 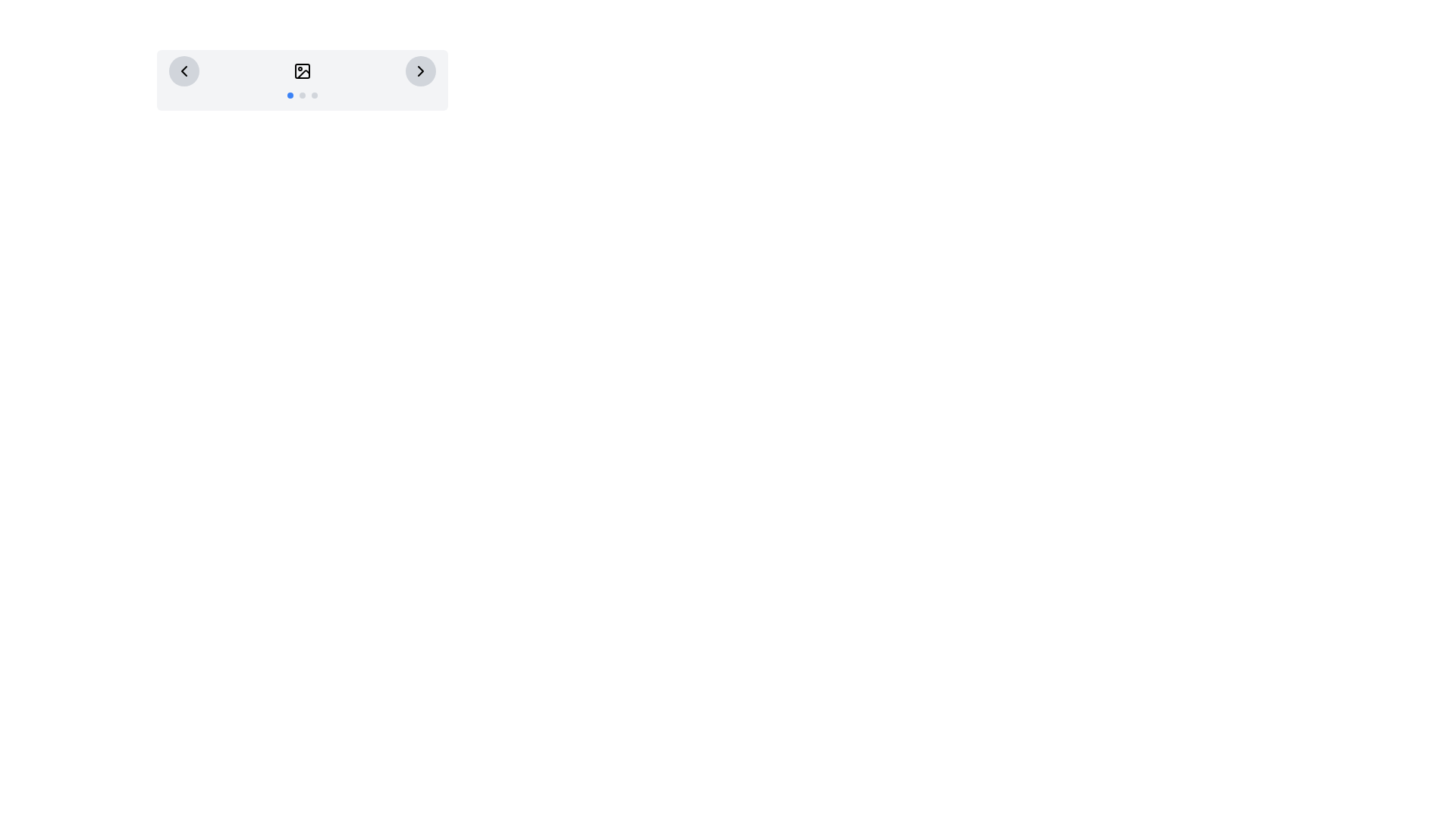 I want to click on the circular button with a light gray background and a right-pointing chevron icon, so click(x=420, y=71).